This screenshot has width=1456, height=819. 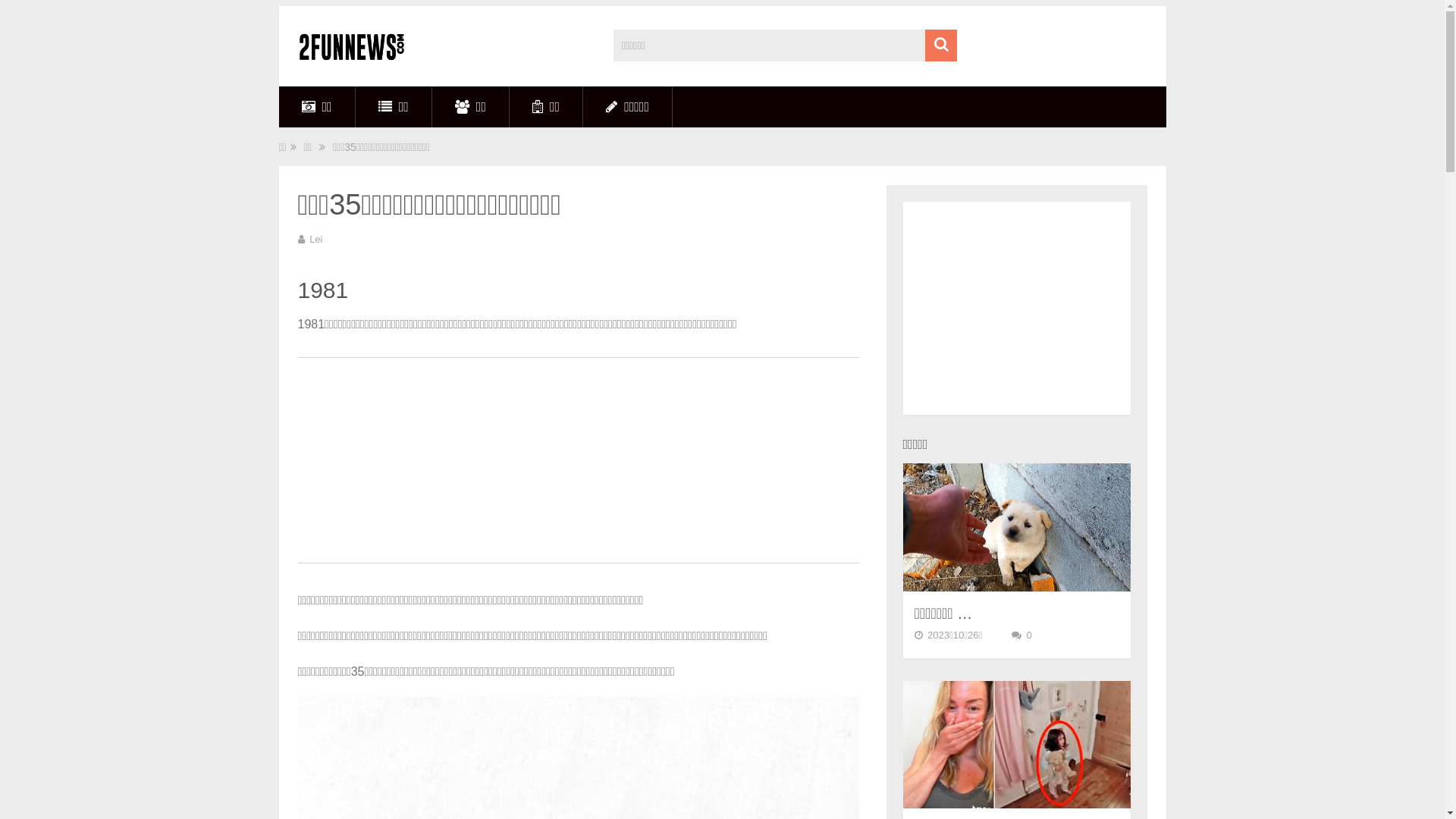 What do you see at coordinates (315, 239) in the screenshot?
I see `'Lei'` at bounding box center [315, 239].